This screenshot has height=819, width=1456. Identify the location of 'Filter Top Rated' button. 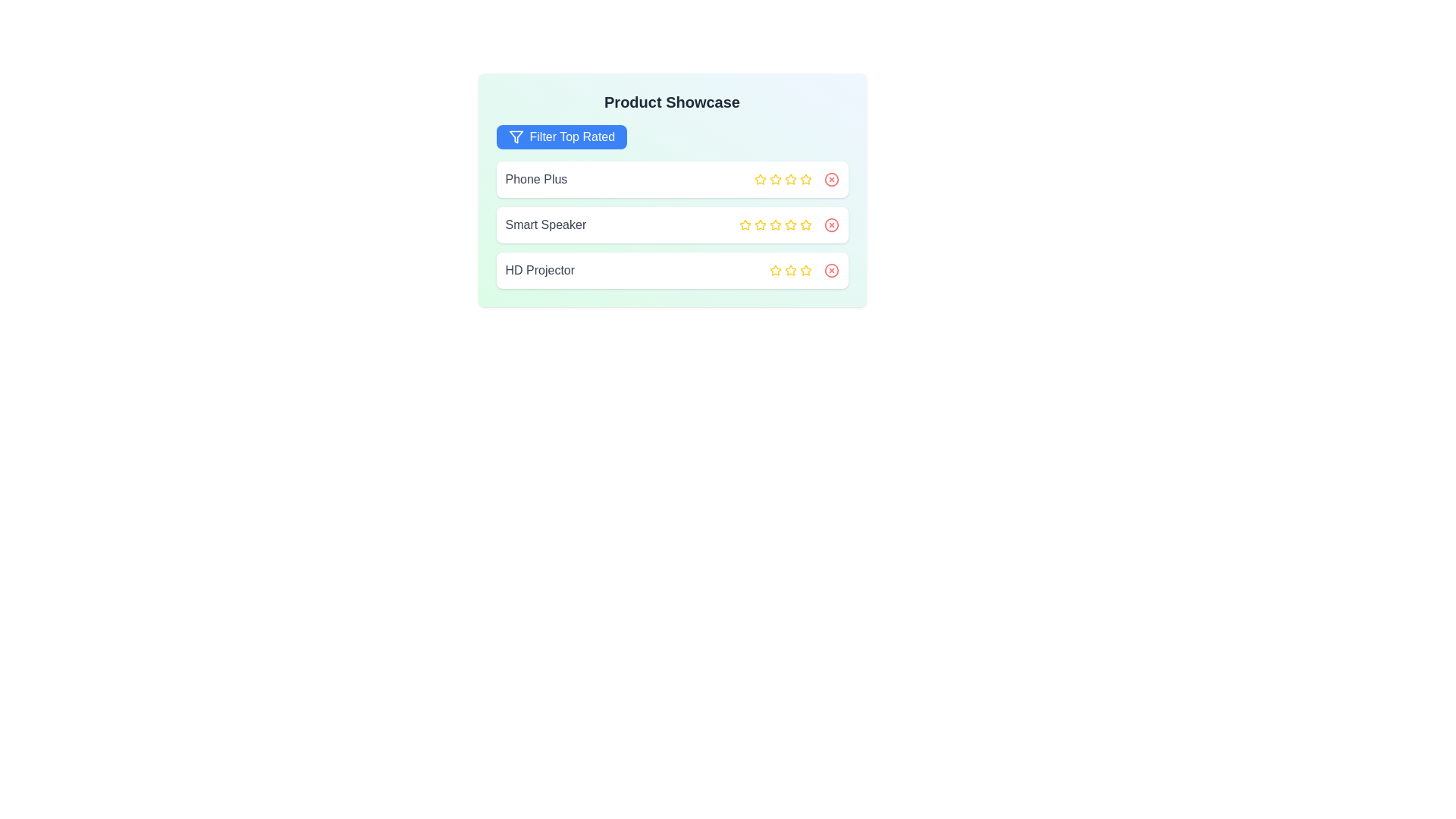
(560, 137).